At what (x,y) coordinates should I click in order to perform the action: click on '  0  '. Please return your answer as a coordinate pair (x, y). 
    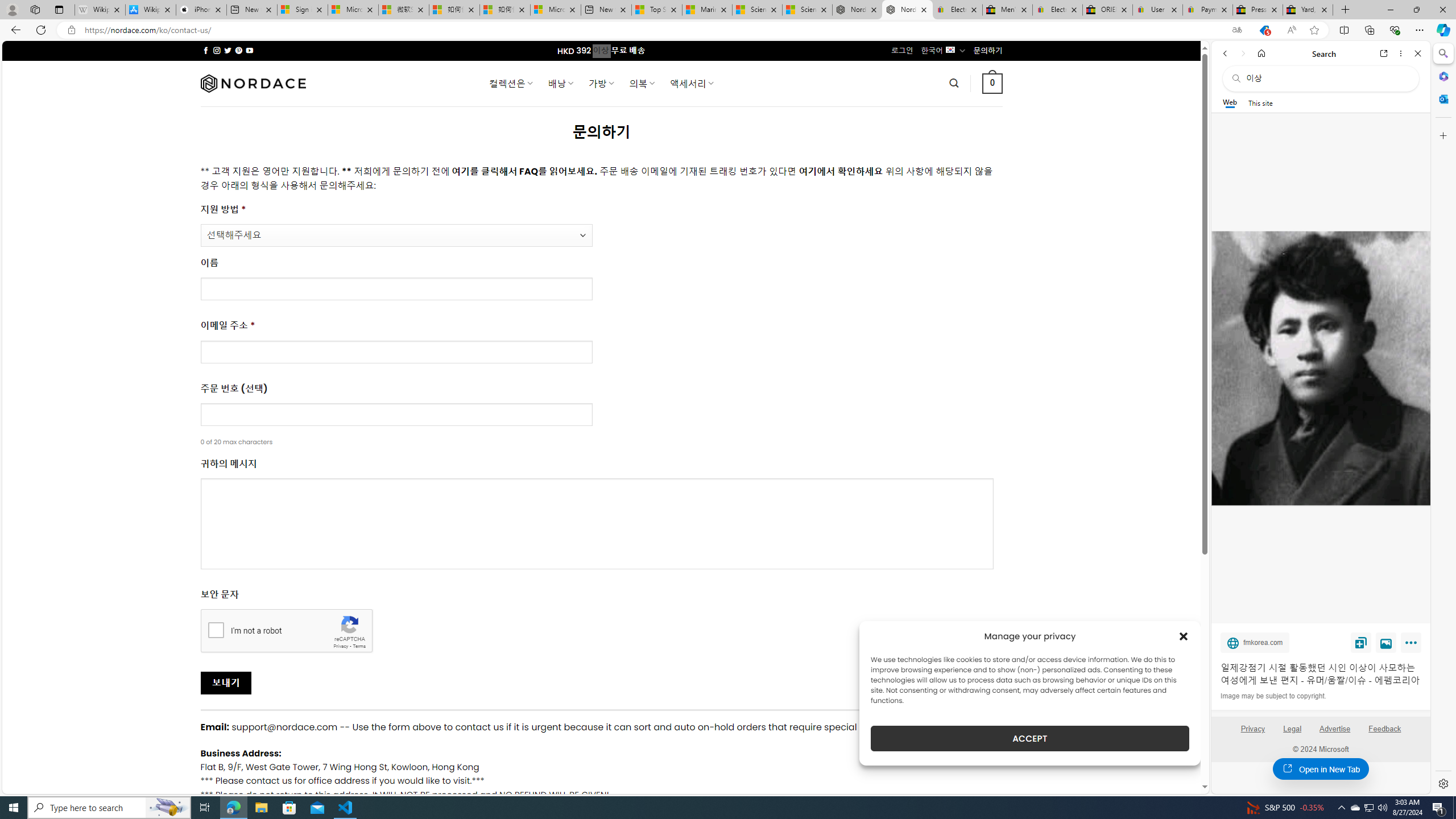
    Looking at the image, I should click on (992, 82).